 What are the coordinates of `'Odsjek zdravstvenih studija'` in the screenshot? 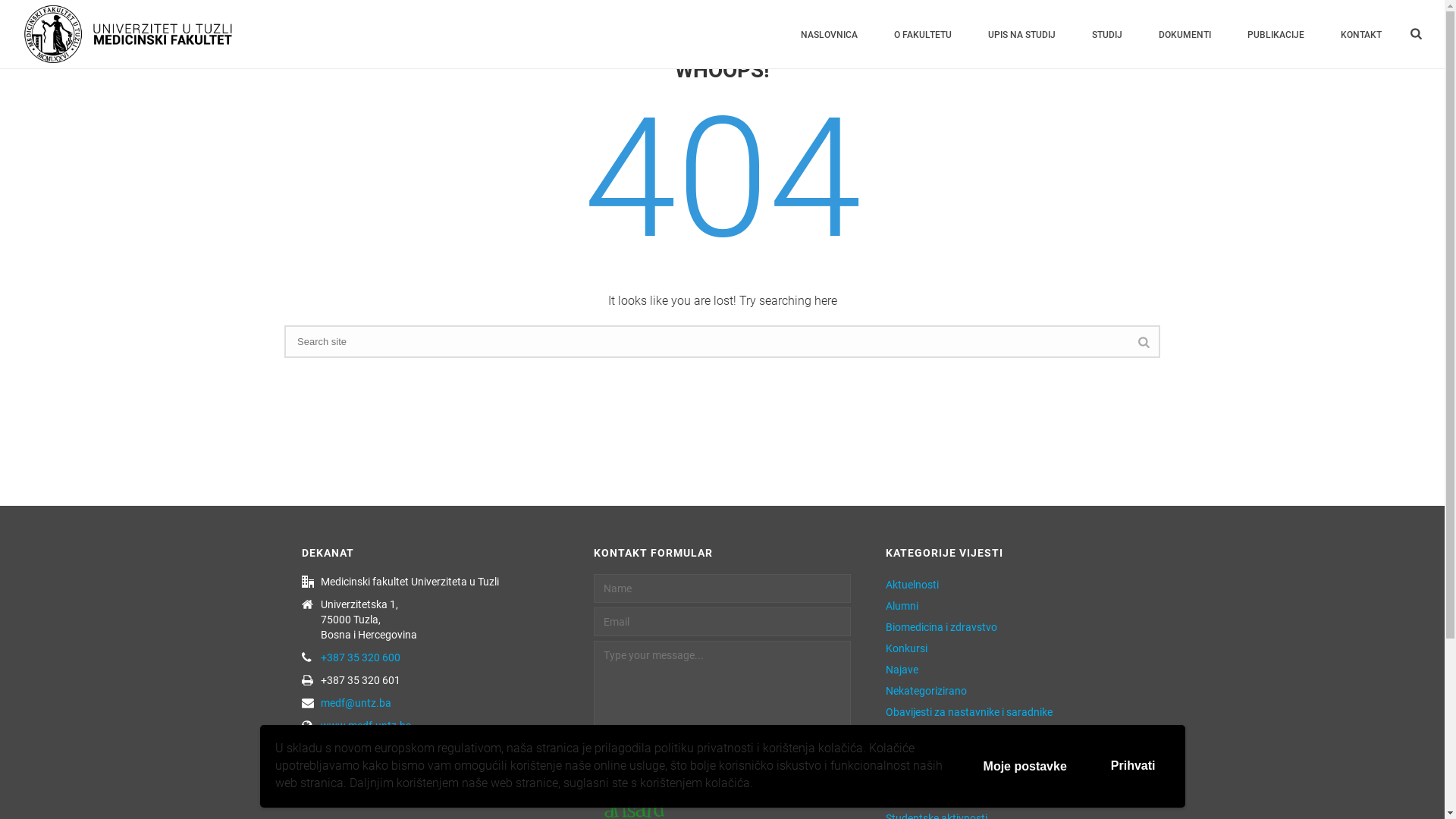 It's located at (949, 733).